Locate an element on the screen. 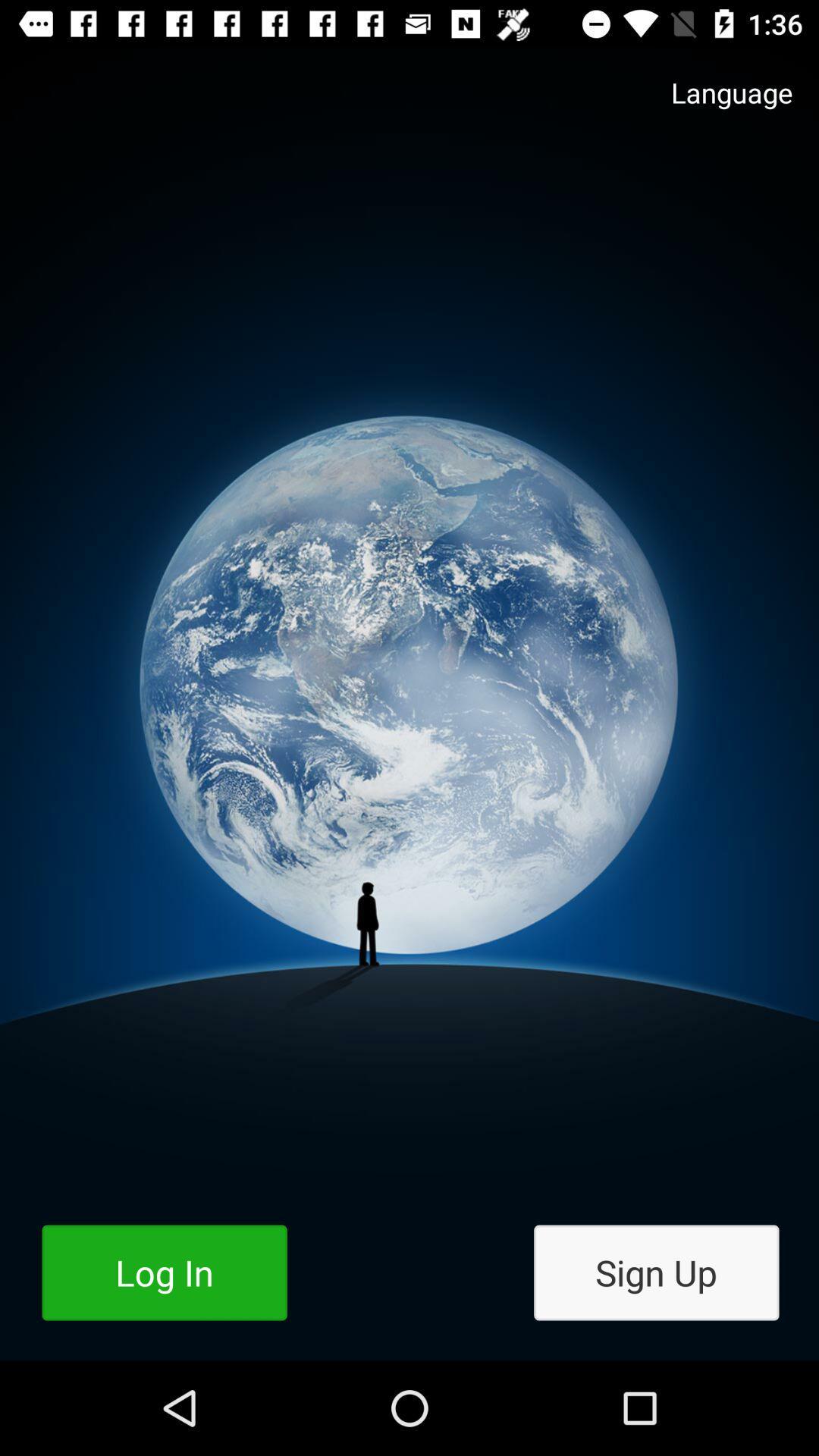  log in at the bottom left corner is located at coordinates (165, 1272).